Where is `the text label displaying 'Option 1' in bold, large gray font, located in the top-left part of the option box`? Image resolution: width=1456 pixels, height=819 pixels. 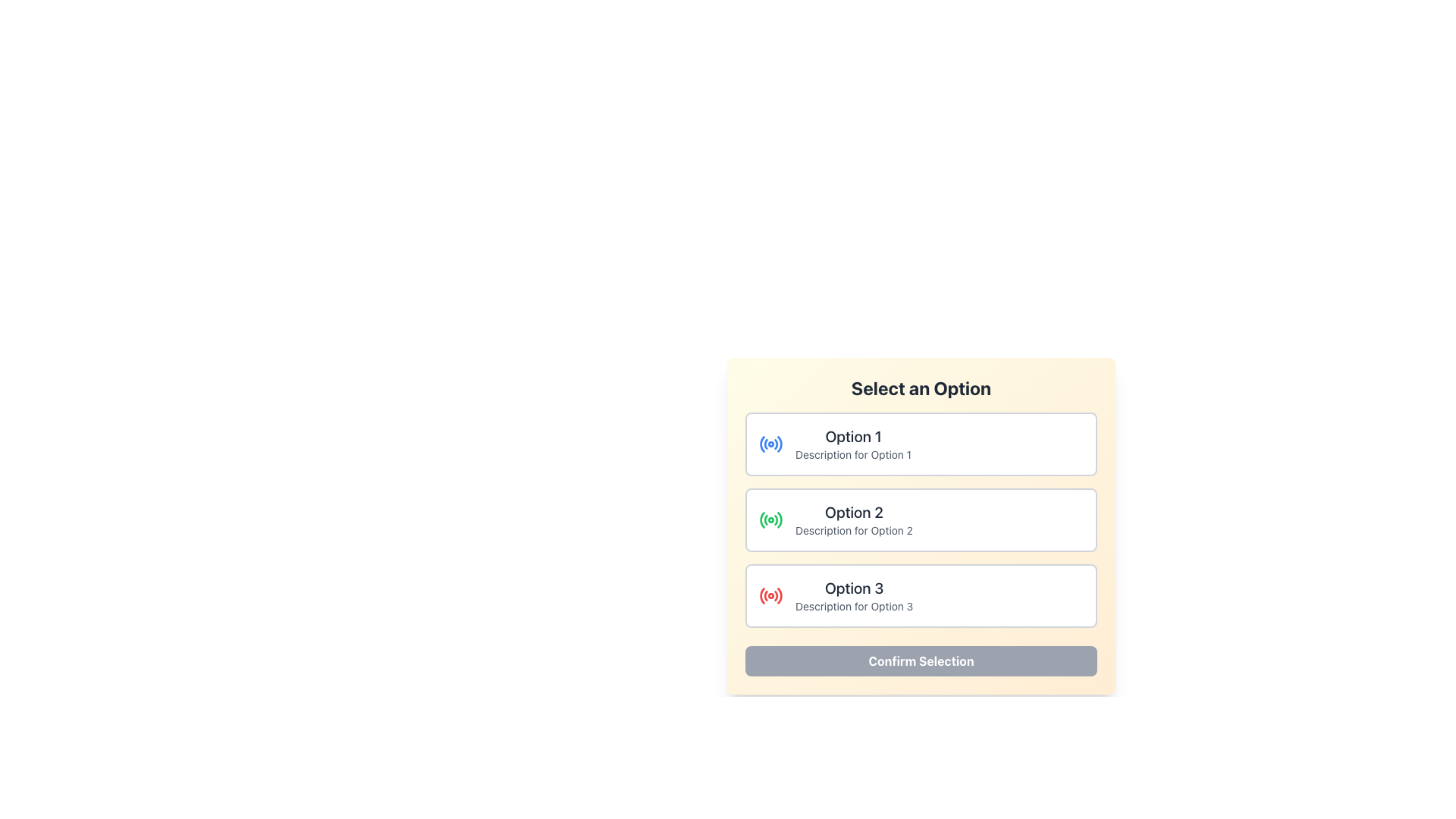 the text label displaying 'Option 1' in bold, large gray font, located in the top-left part of the option box is located at coordinates (853, 436).